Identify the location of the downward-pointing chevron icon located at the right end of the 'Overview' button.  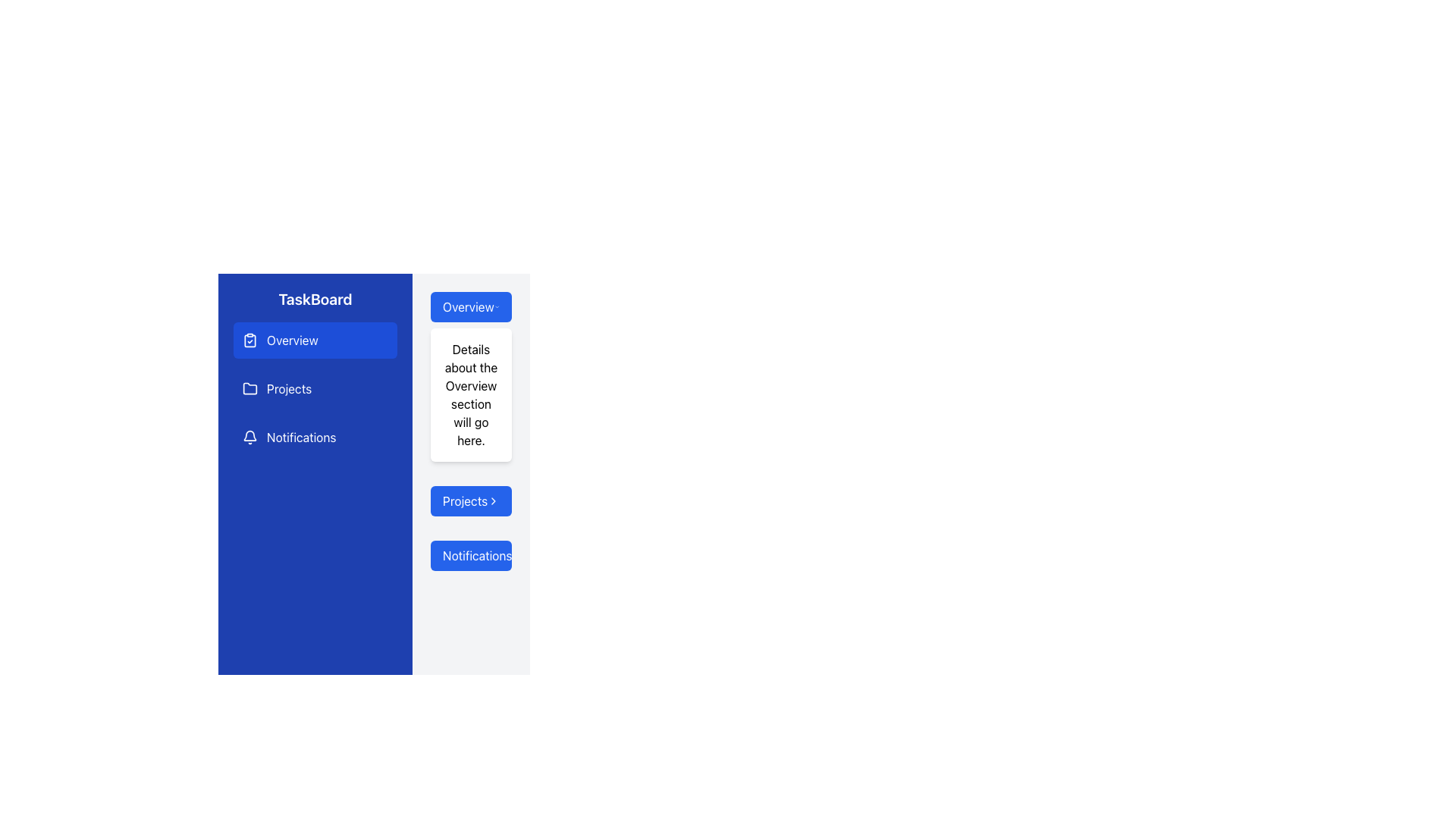
(497, 307).